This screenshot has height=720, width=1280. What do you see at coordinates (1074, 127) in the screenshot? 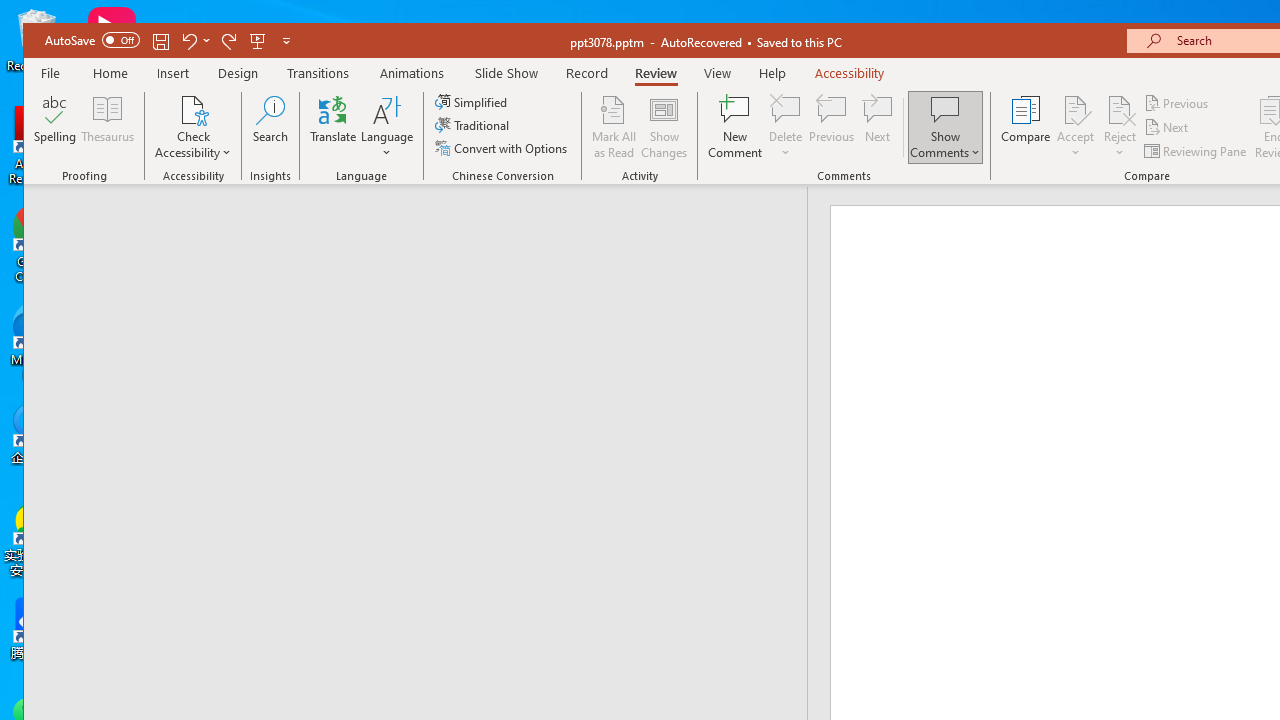
I see `'Accept'` at bounding box center [1074, 127].